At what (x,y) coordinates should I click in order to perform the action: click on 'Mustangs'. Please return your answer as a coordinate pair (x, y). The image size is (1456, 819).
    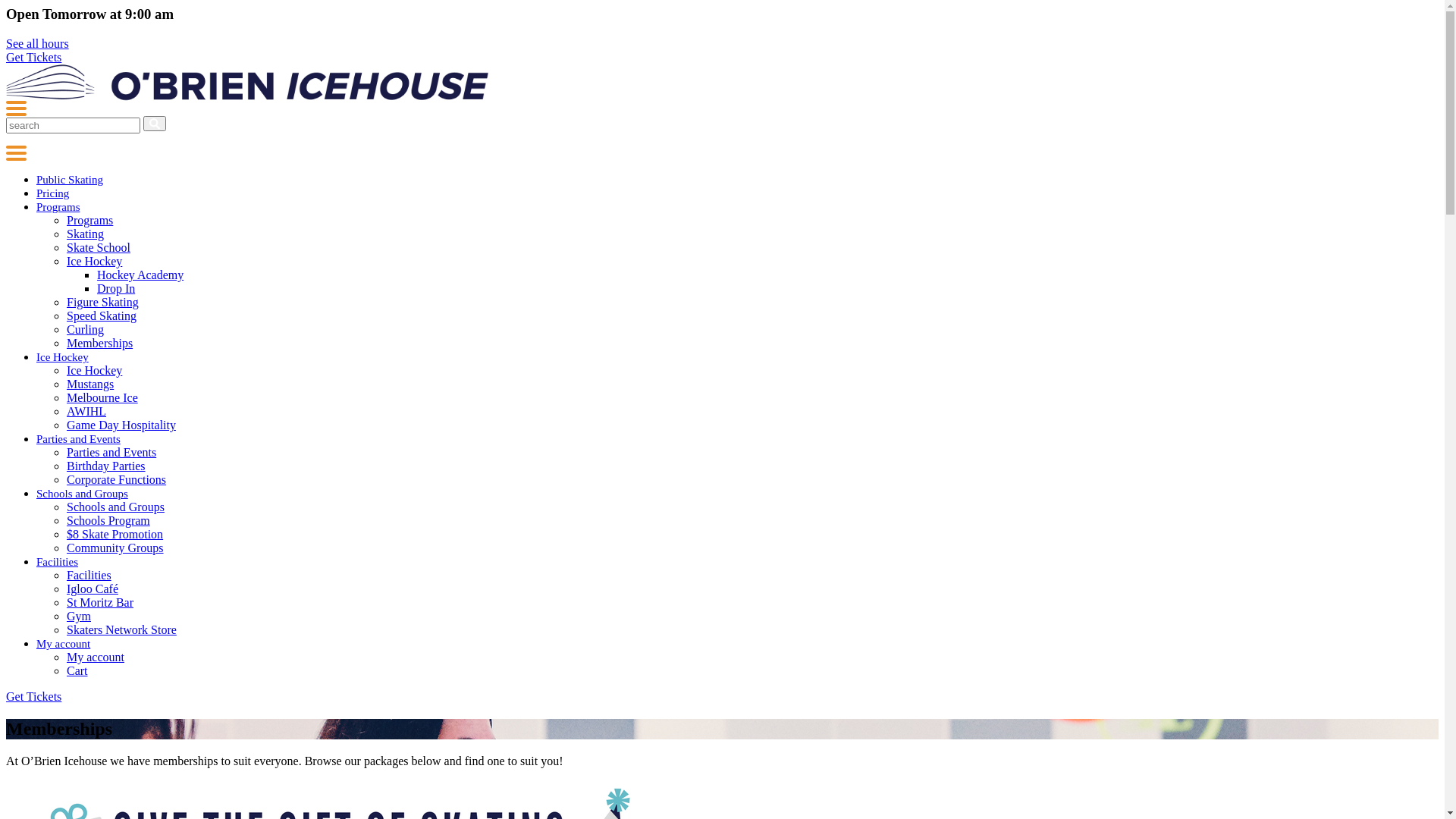
    Looking at the image, I should click on (89, 383).